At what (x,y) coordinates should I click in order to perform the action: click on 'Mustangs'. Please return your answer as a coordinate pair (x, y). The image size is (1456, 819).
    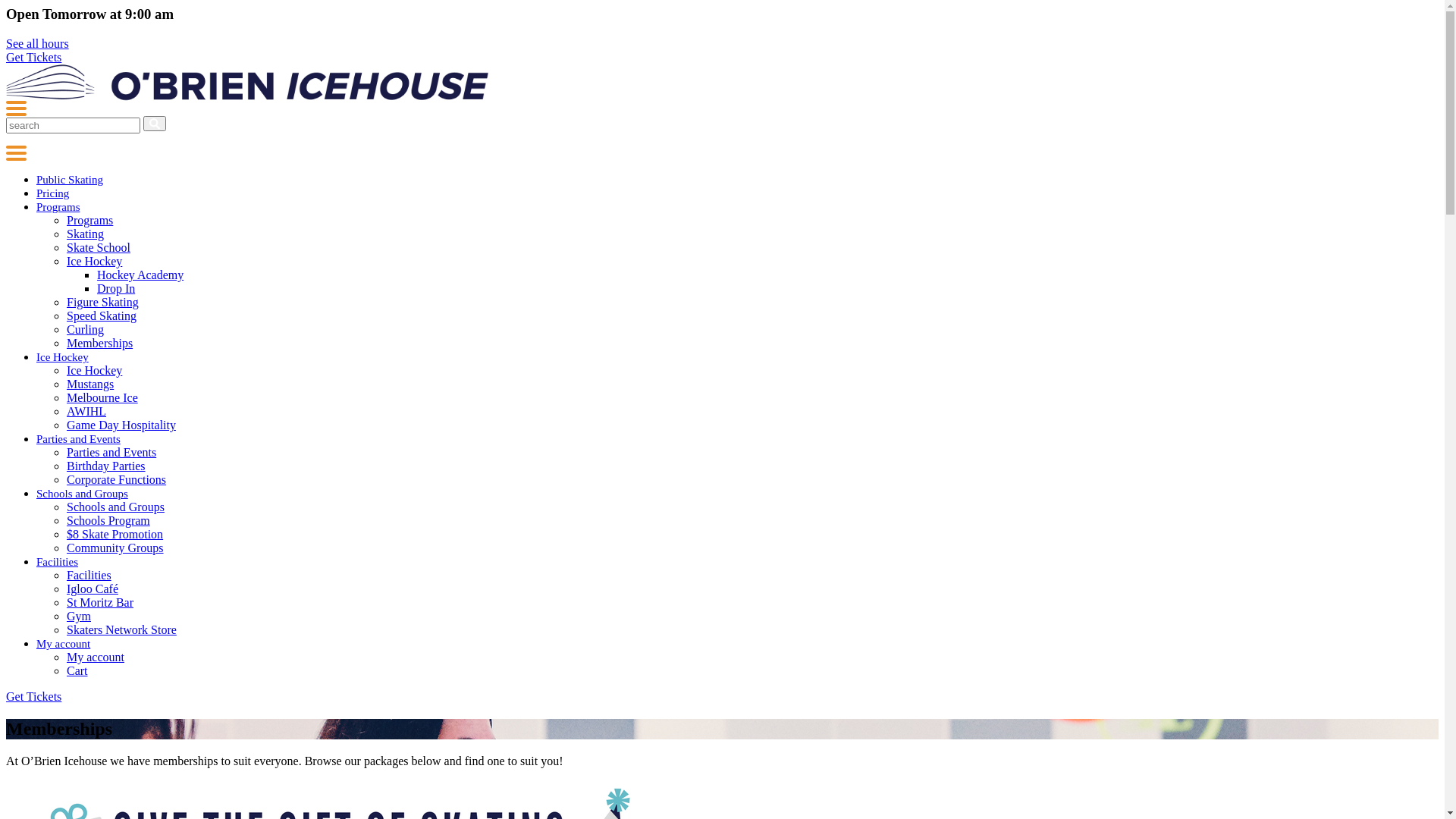
    Looking at the image, I should click on (89, 383).